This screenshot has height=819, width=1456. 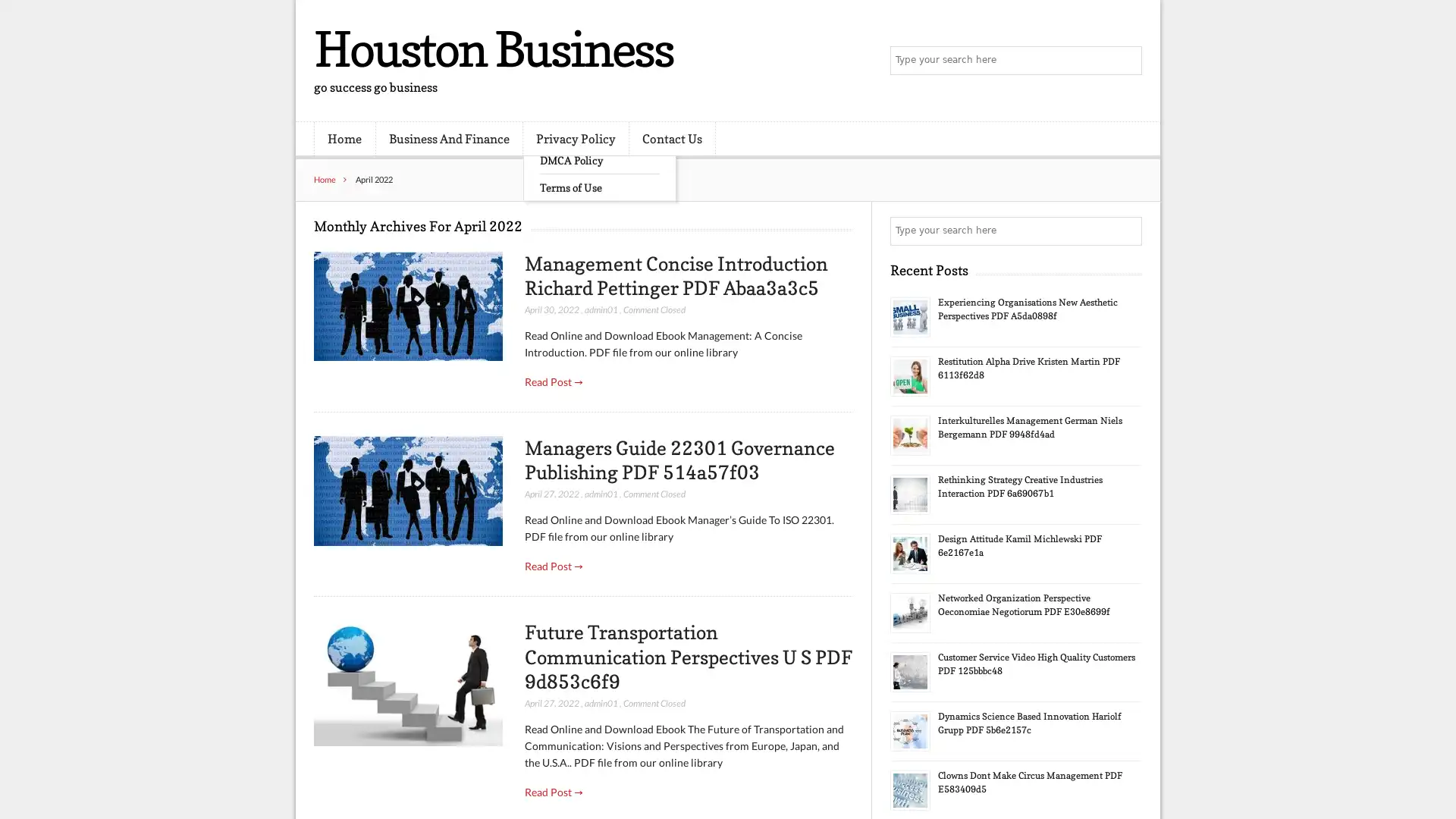 I want to click on Search, so click(x=1126, y=61).